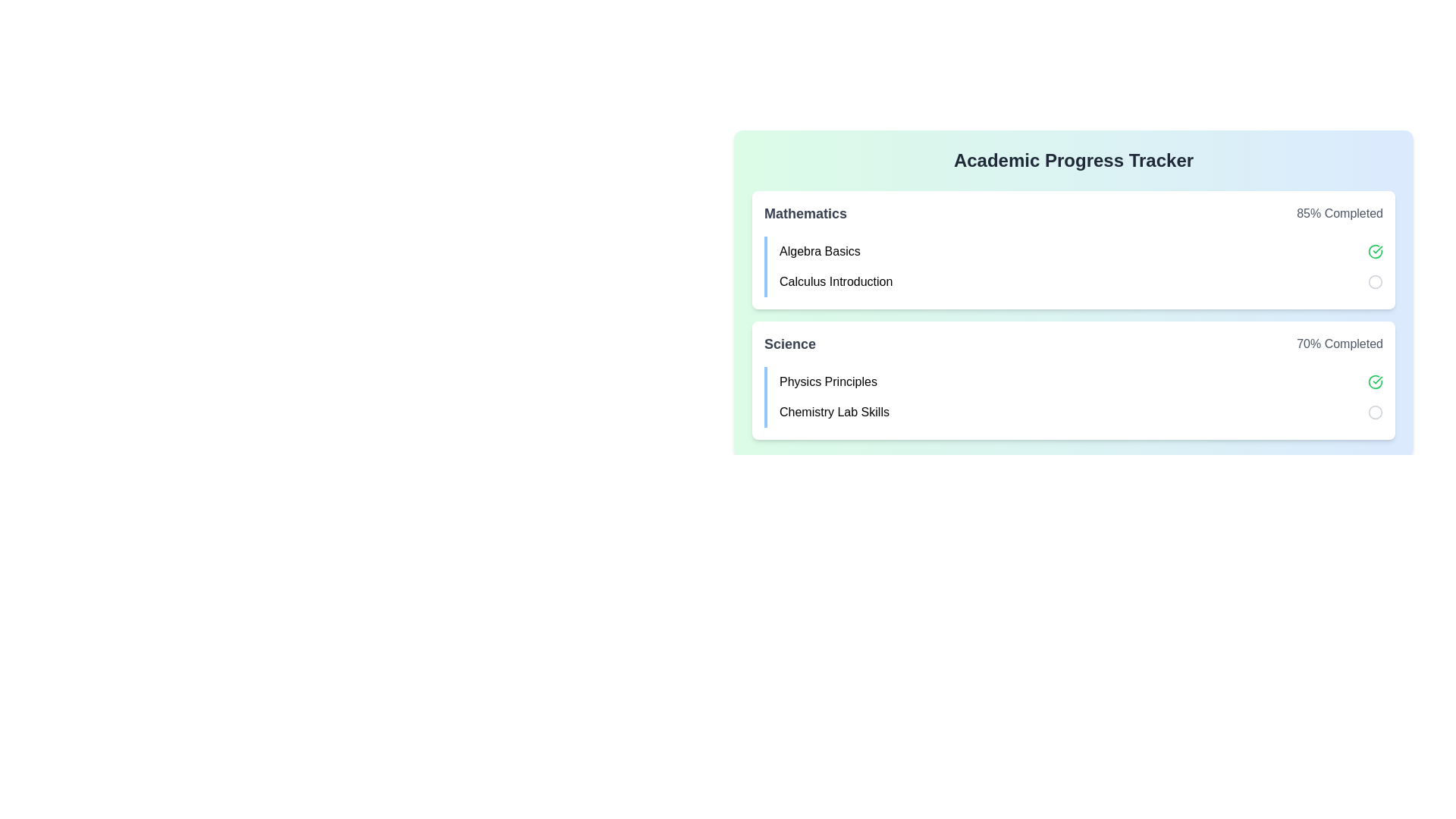  Describe the element at coordinates (835, 281) in the screenshot. I see `the 'Calculus Introduction' text label located in the second row under the 'Mathematics' heading in the 'Academic Progress Tracker' section` at that location.